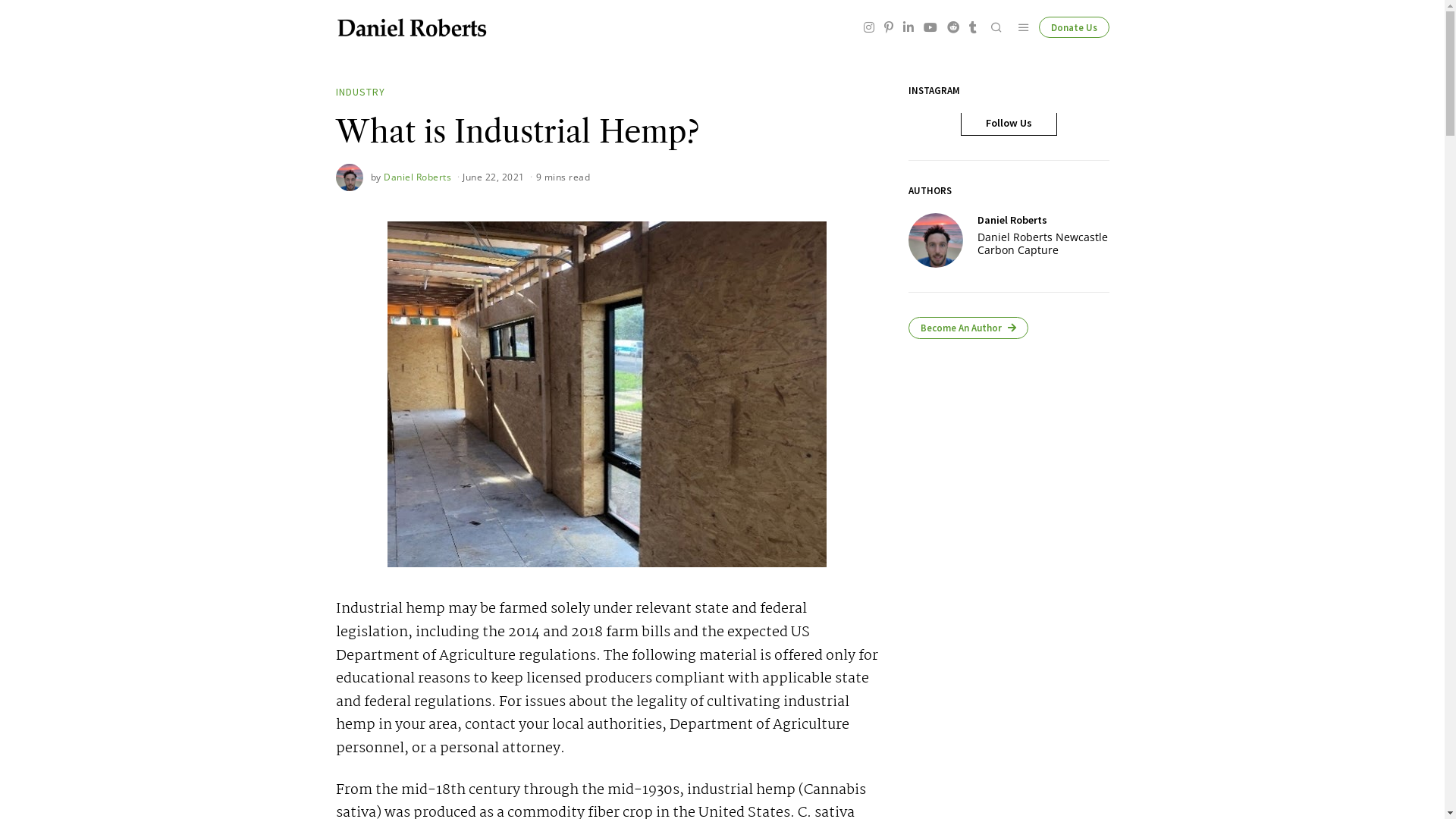 The image size is (1456, 819). What do you see at coordinates (977, 219) in the screenshot?
I see `'Daniel Roberts'` at bounding box center [977, 219].